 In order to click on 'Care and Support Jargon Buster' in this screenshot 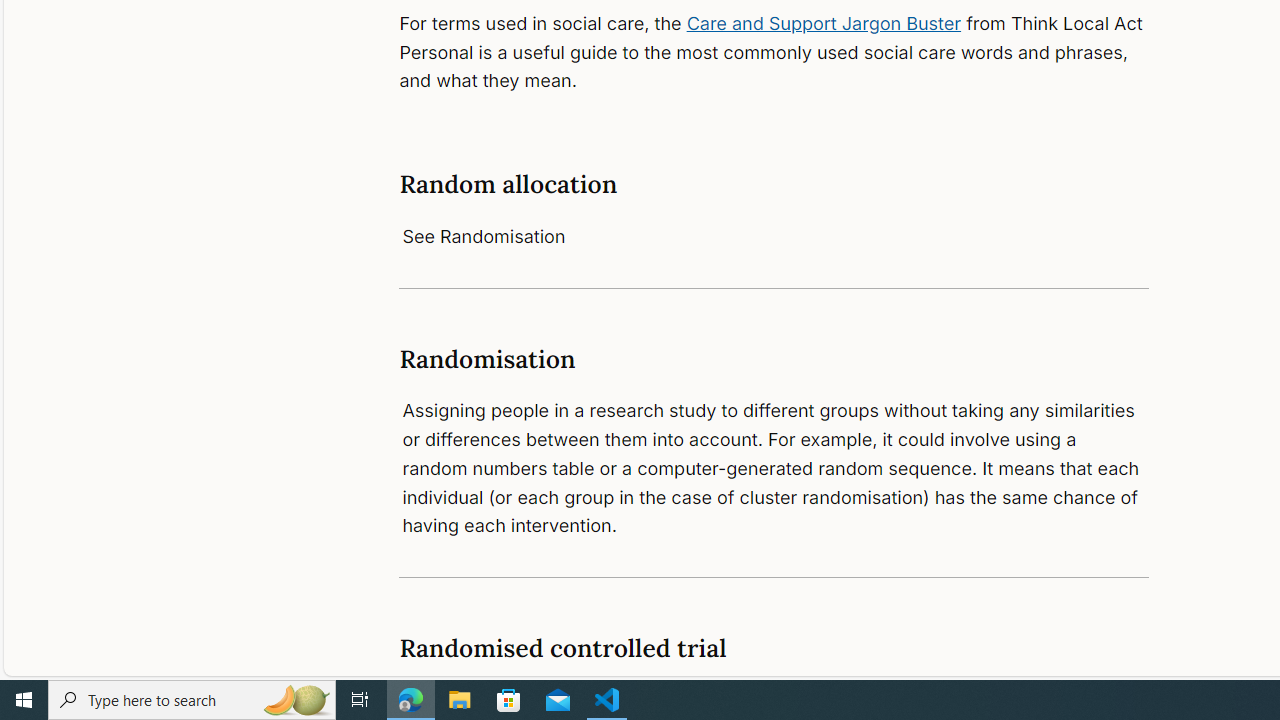, I will do `click(824, 23)`.